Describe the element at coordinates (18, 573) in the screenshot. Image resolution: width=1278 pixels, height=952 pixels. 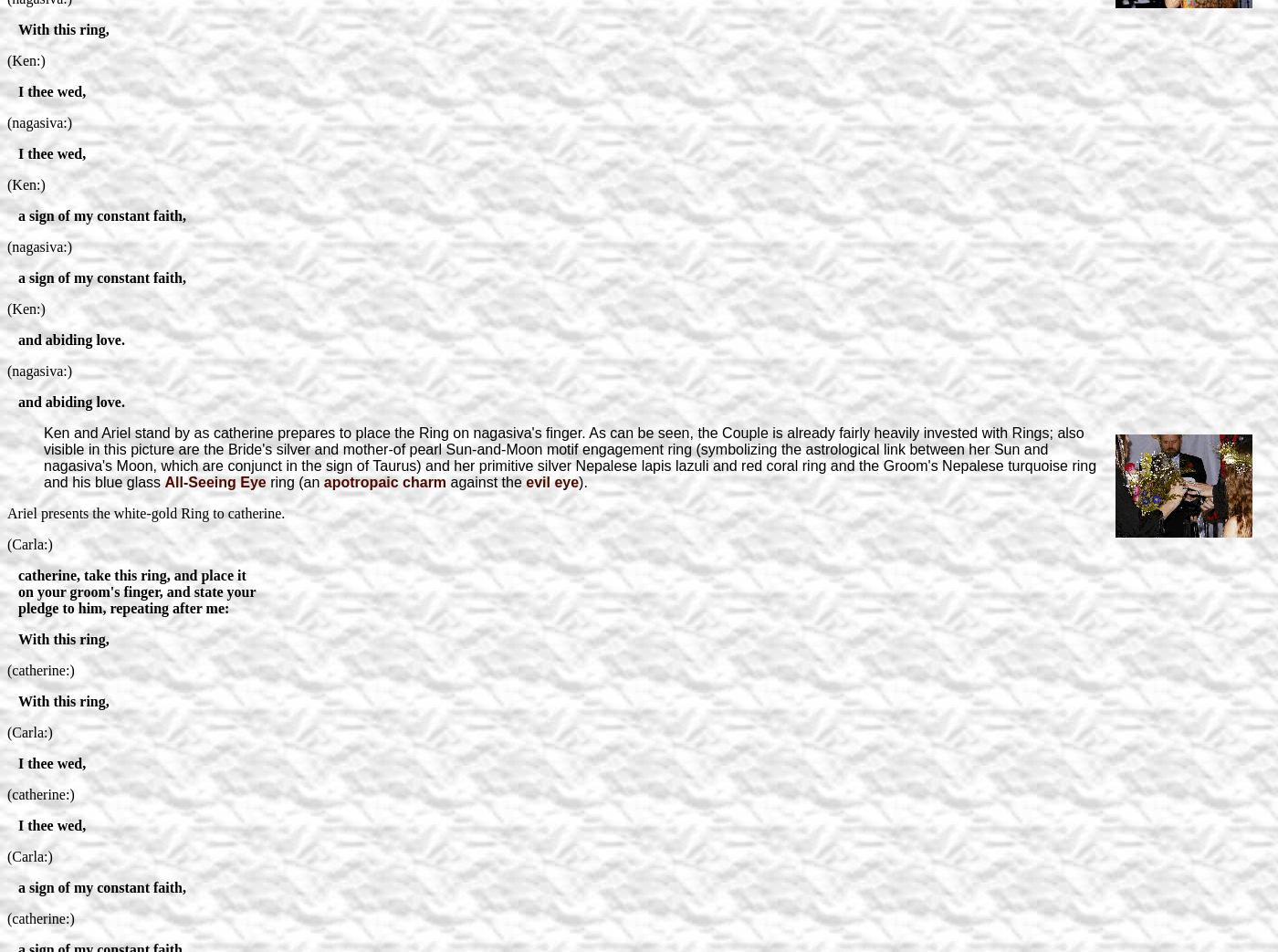
I see `'catherine, take this ring, and place it'` at that location.